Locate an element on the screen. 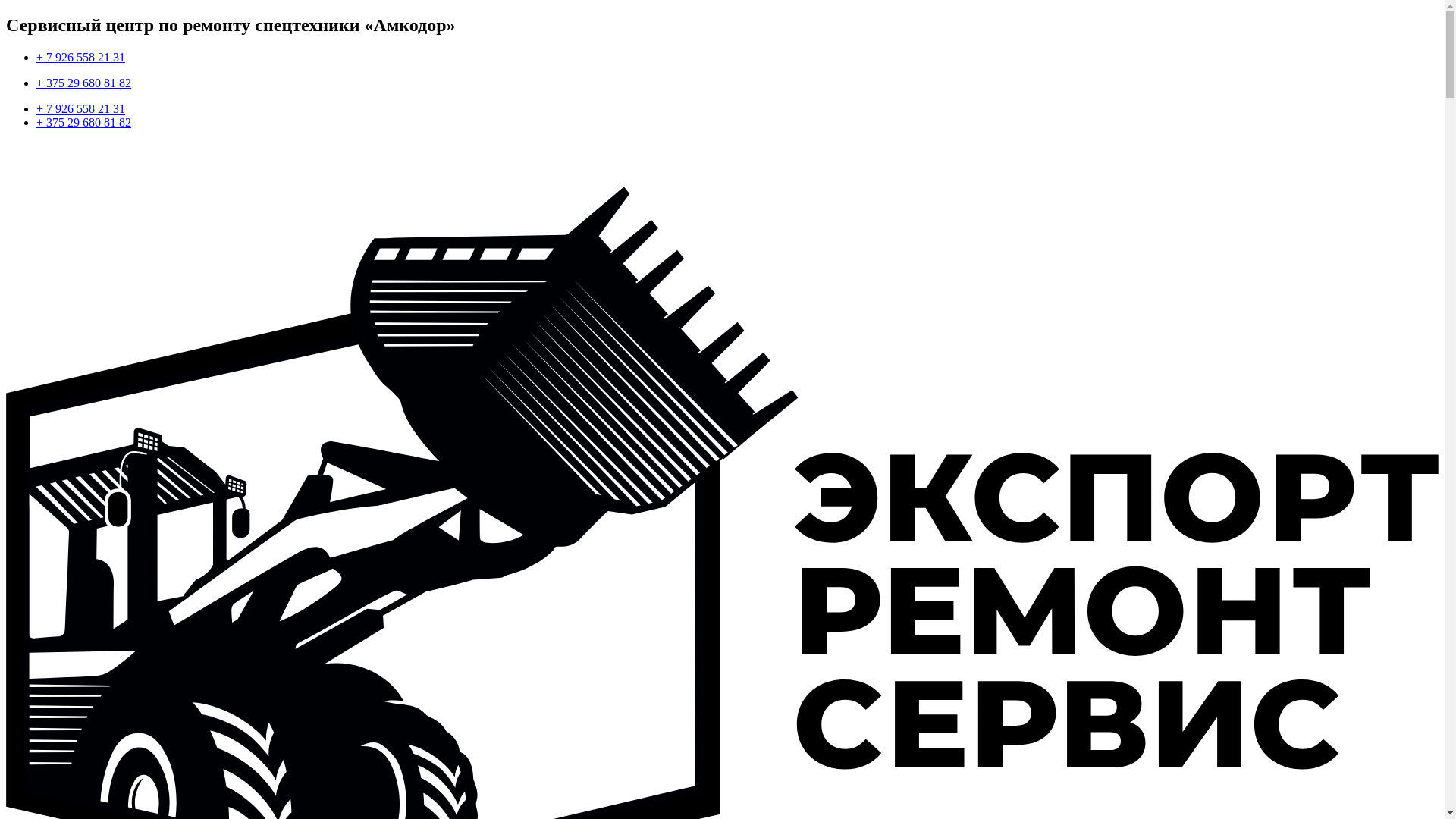 The image size is (1456, 819). '+ 375 29 680 81 82' is located at coordinates (36, 121).